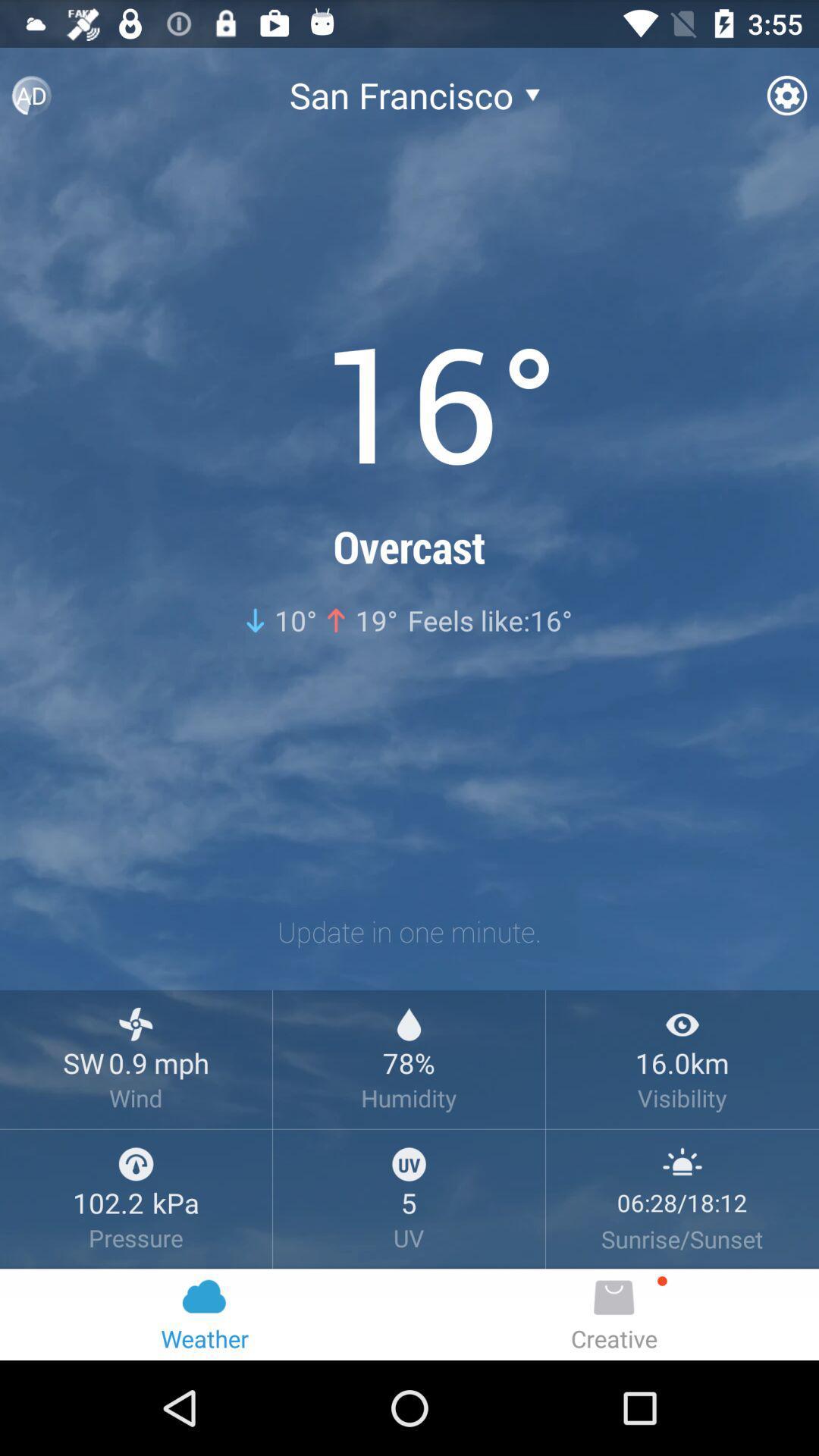  I want to click on the settings icon, so click(786, 101).